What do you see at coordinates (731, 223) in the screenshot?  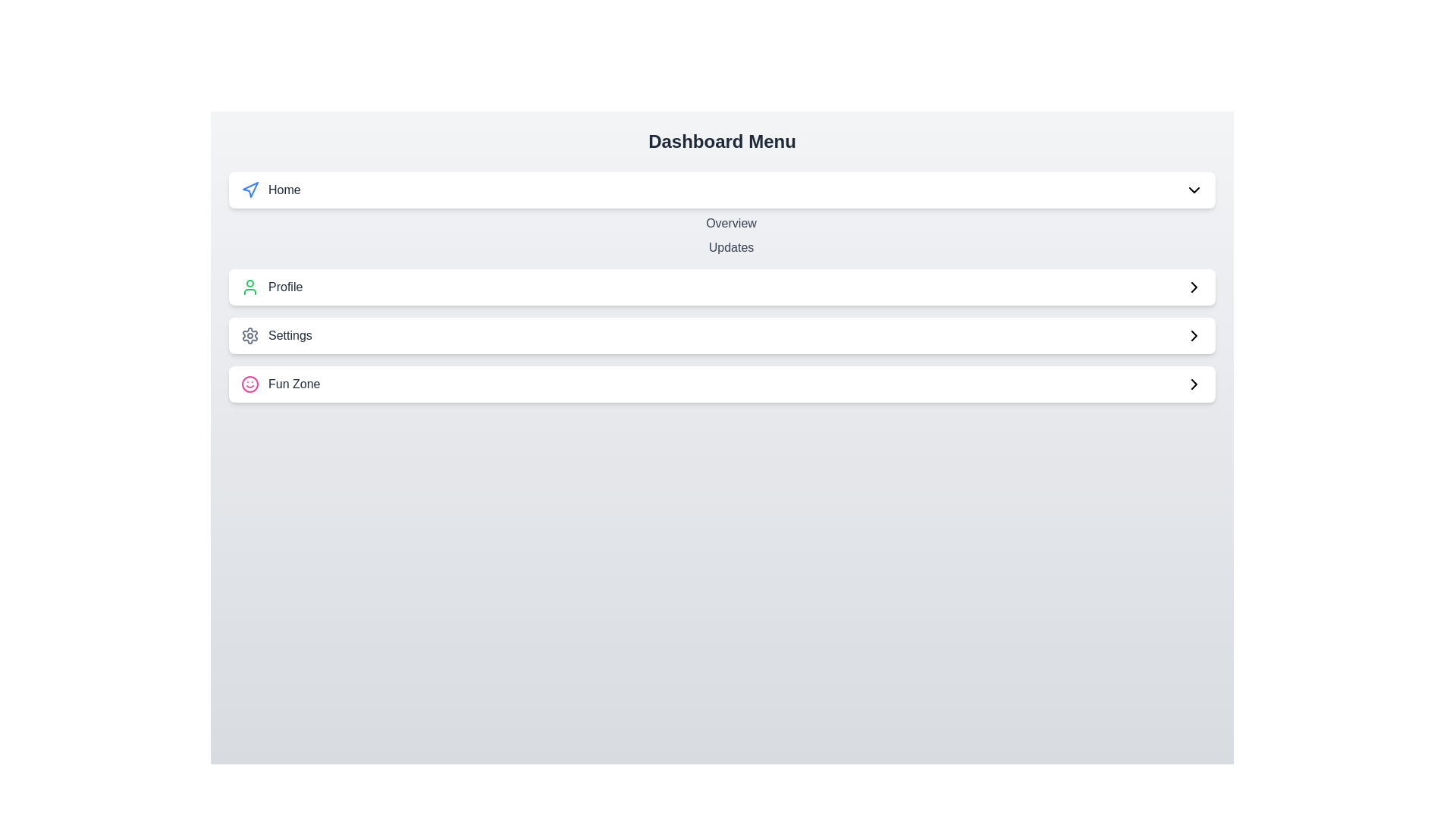 I see `the first text label in the 'Dashboard Menu' that leads to an overview page, positioned above the 'Updates' text element` at bounding box center [731, 223].